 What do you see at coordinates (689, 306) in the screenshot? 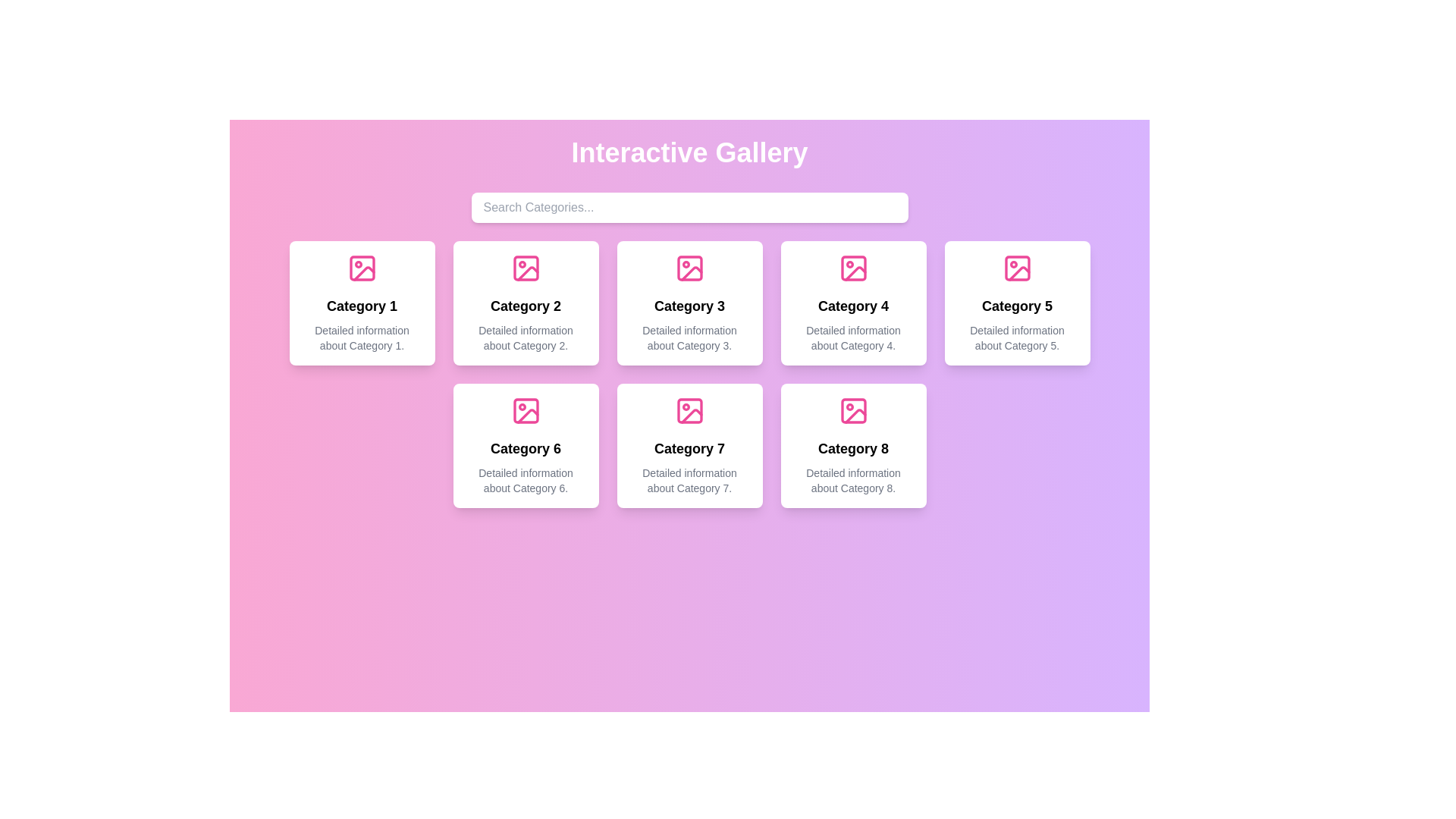
I see `text label that displays 'Category 3', which is centrally positioned in the third information card of the second row in a grid layout` at bounding box center [689, 306].